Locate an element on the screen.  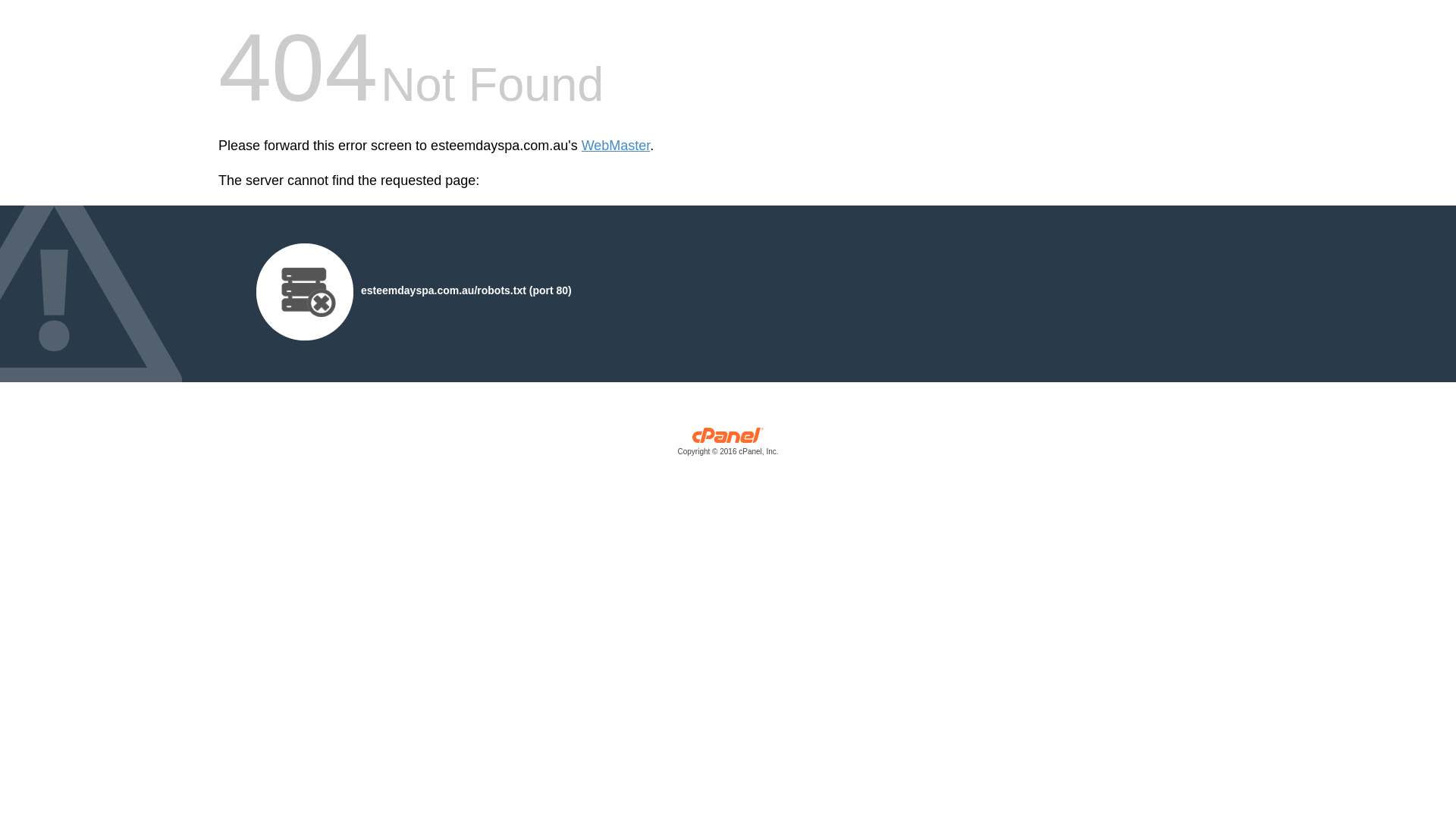
'WebMaster' is located at coordinates (616, 146).